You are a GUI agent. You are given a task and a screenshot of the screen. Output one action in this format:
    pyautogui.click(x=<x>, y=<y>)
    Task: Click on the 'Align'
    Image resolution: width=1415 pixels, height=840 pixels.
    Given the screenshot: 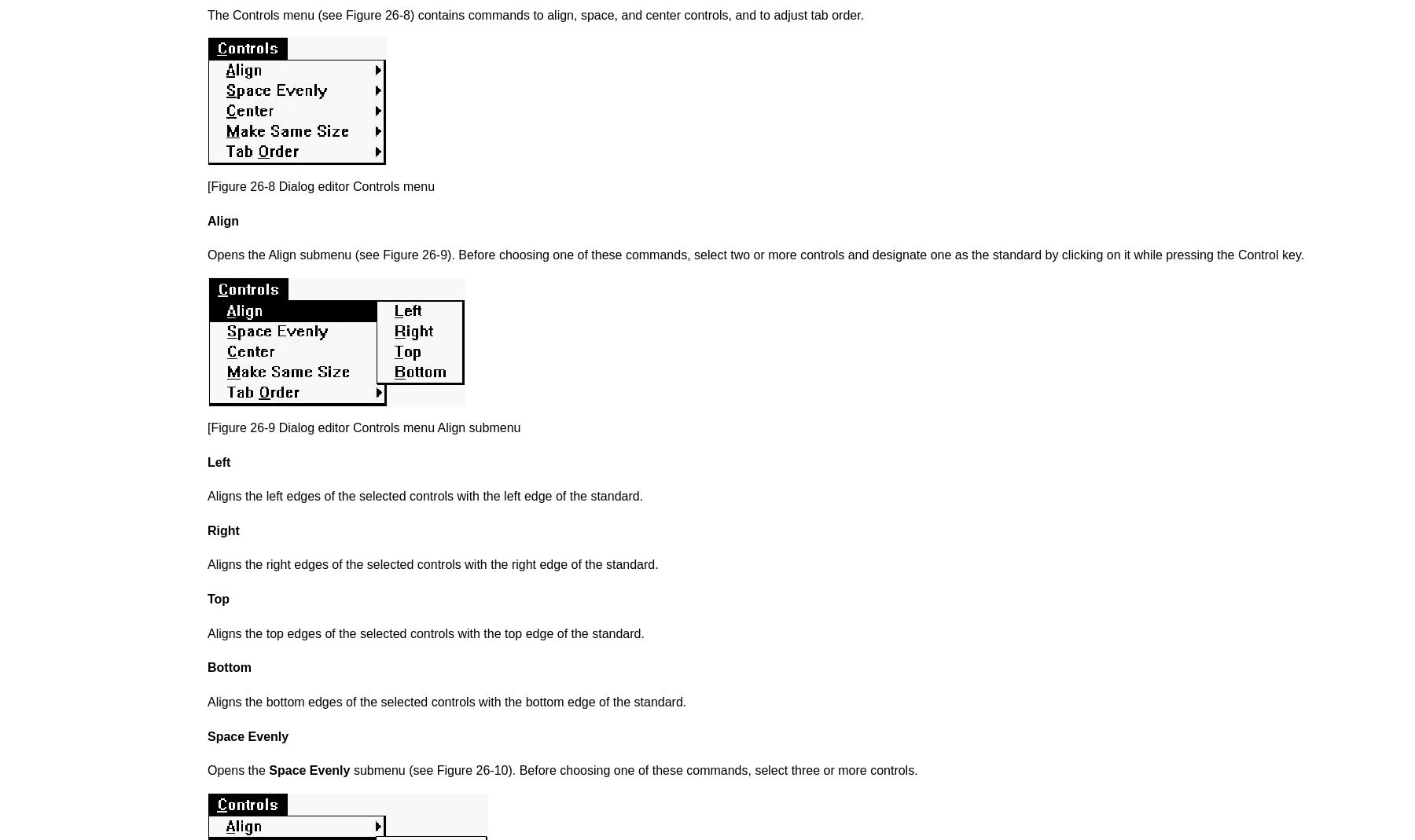 What is the action you would take?
    pyautogui.click(x=222, y=219)
    